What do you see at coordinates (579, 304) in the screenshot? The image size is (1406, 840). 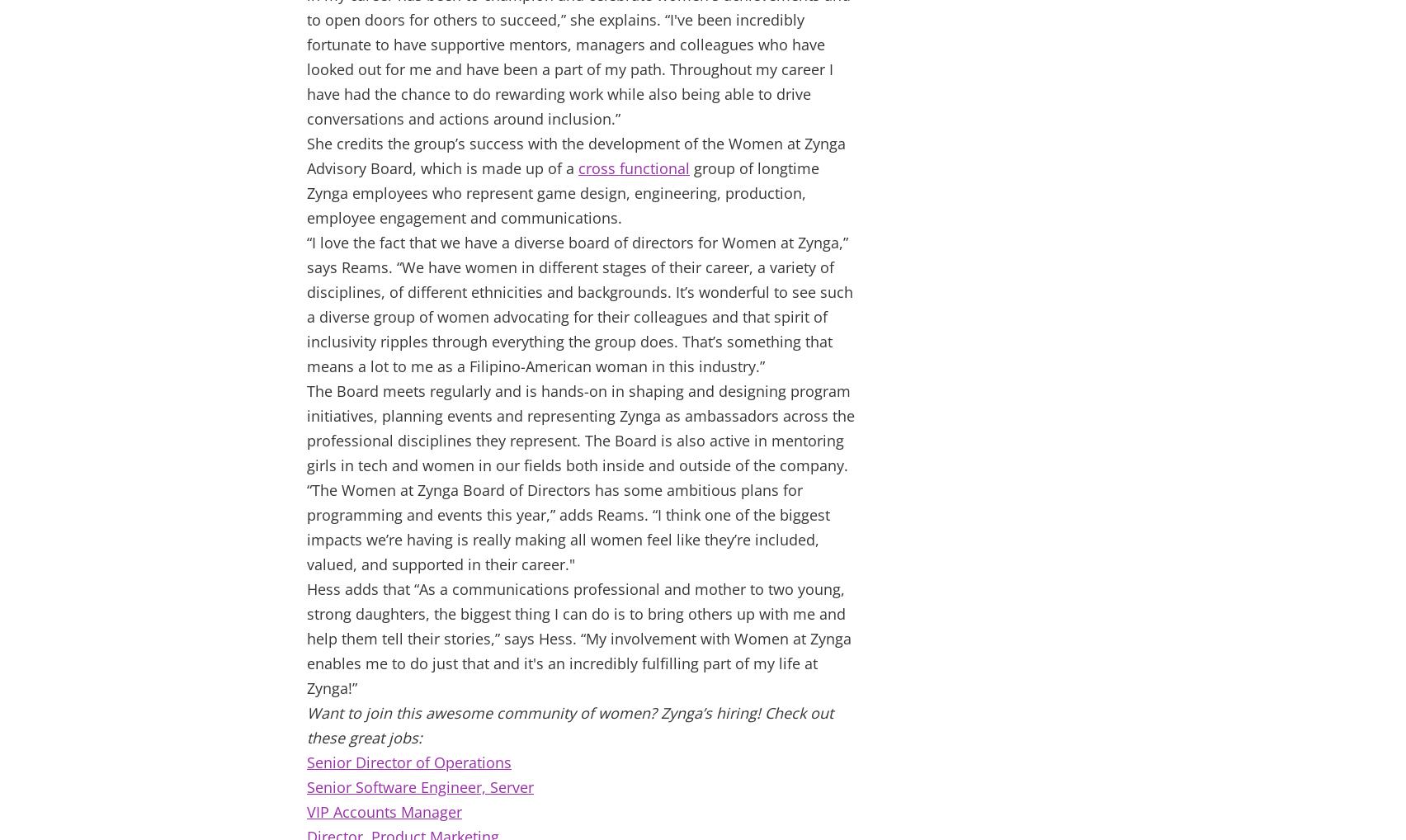 I see `'“I love the fact that we have a diverse board of directors for Women at Zynga,” says Reams. “We have women in different stages of their career, a variety of disciplines, of different ethnicities and backgrounds. It’s wonderful to see such a diverse group of women advocating for their colleagues and that spirit of inclusivity ripples through everything the group does. That’s something that means a lot to me as a Filipino-American woman in this industry.”'` at bounding box center [579, 304].